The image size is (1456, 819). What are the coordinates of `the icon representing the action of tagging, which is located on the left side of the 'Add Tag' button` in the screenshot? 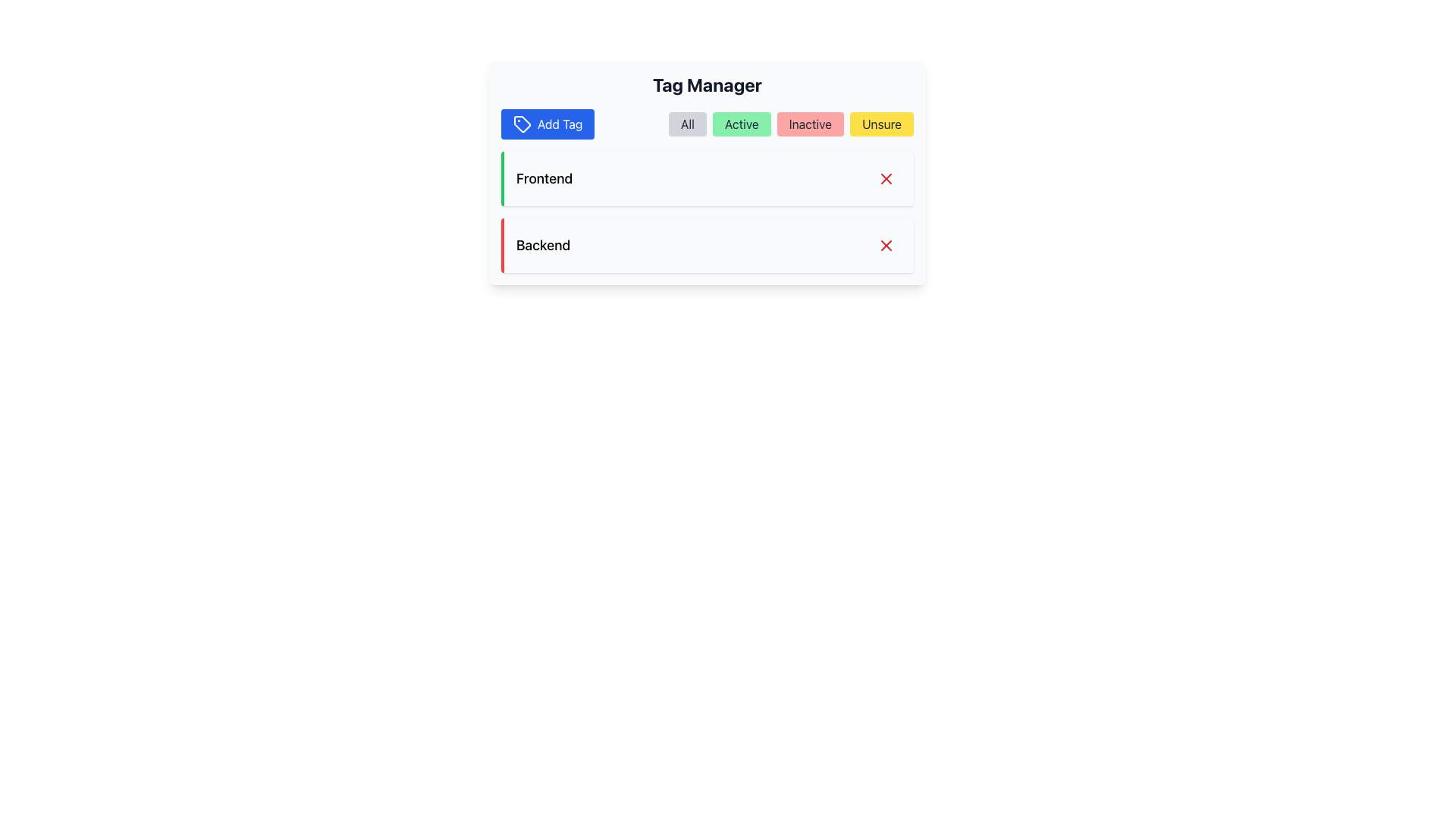 It's located at (522, 124).